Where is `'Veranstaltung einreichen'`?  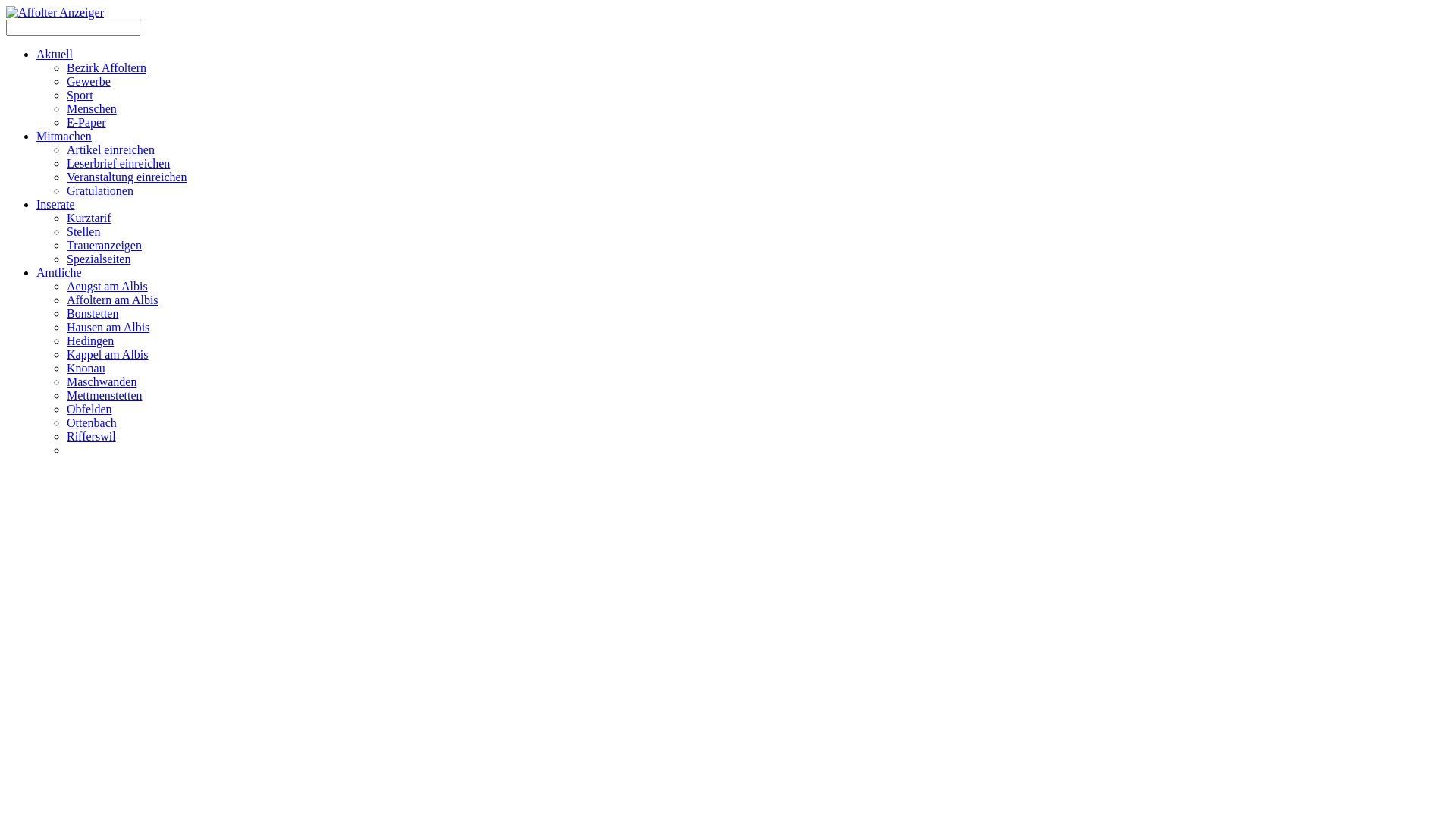 'Veranstaltung einreichen' is located at coordinates (127, 176).